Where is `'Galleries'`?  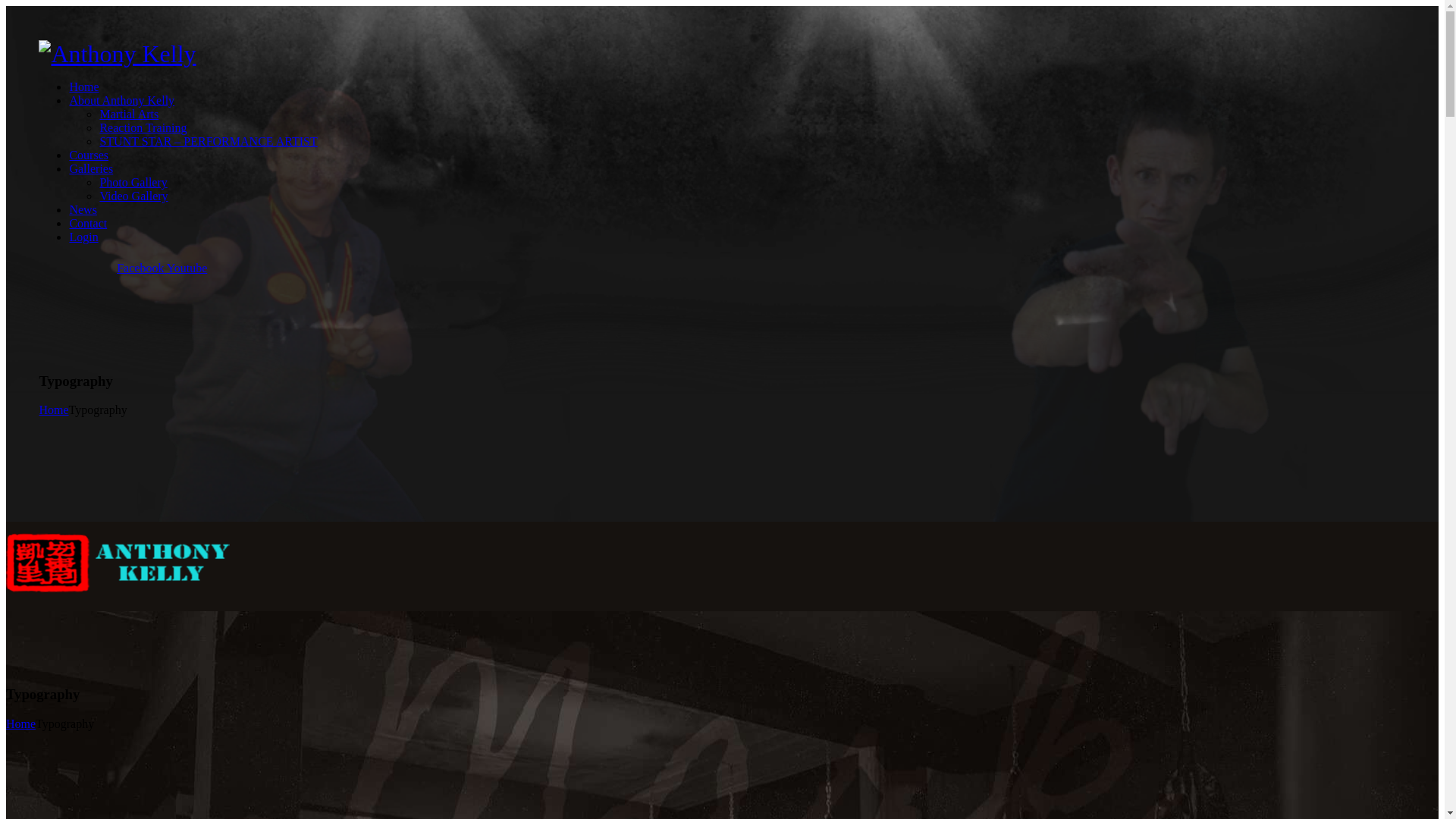
'Galleries' is located at coordinates (68, 168).